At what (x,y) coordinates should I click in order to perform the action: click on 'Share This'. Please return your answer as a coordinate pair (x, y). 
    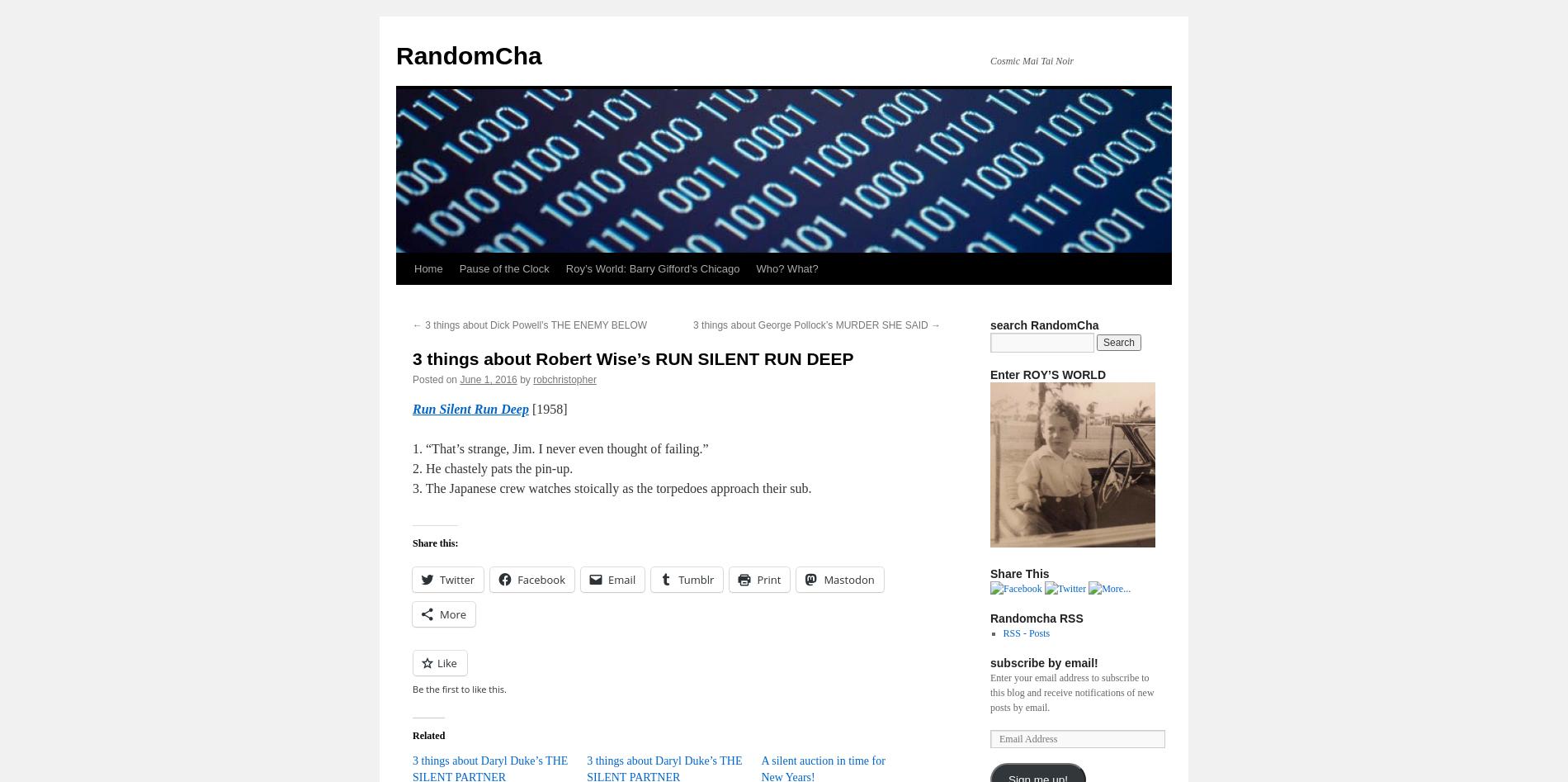
    Looking at the image, I should click on (1018, 573).